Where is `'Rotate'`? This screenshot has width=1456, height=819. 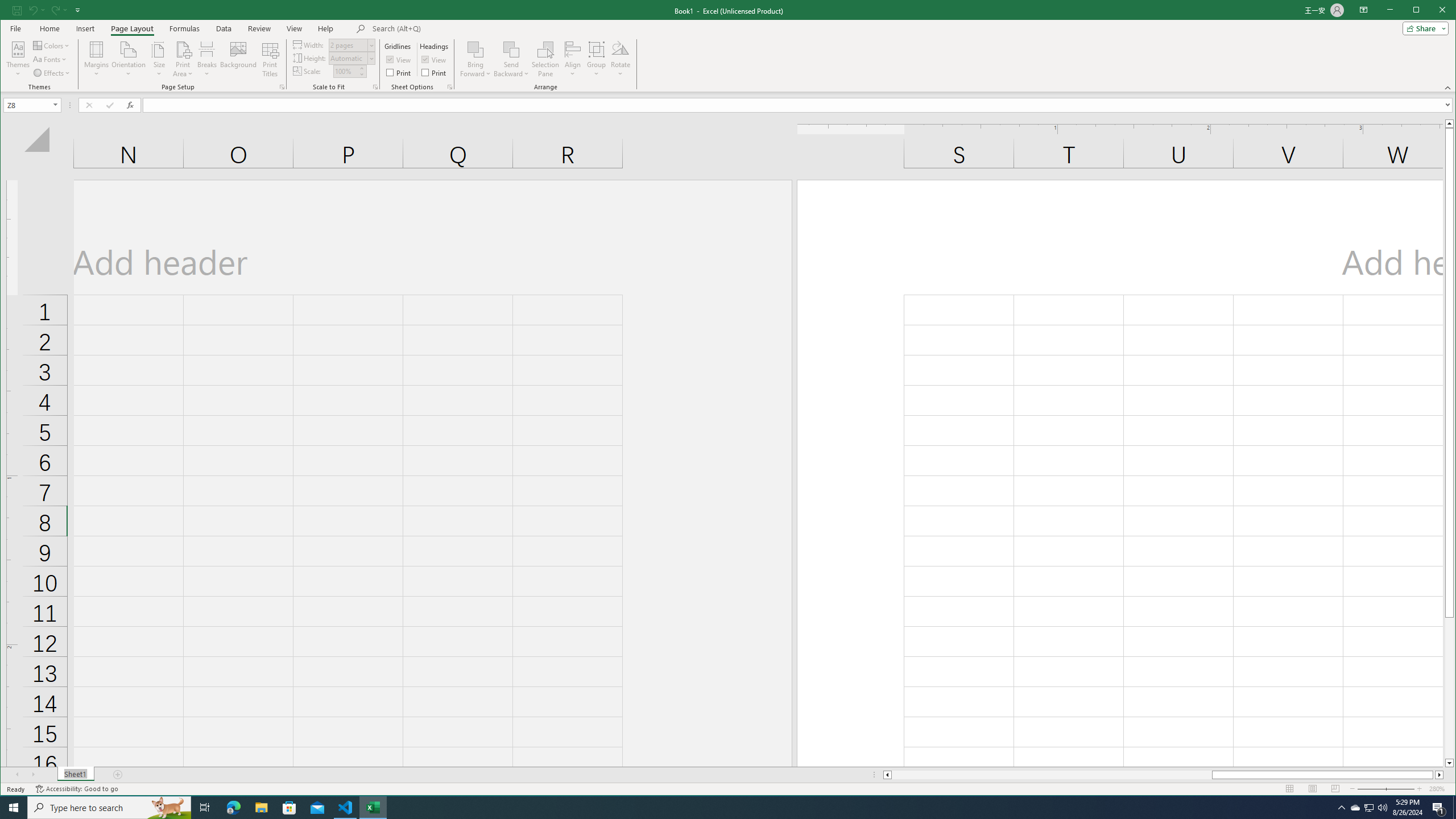
'Rotate' is located at coordinates (619, 59).